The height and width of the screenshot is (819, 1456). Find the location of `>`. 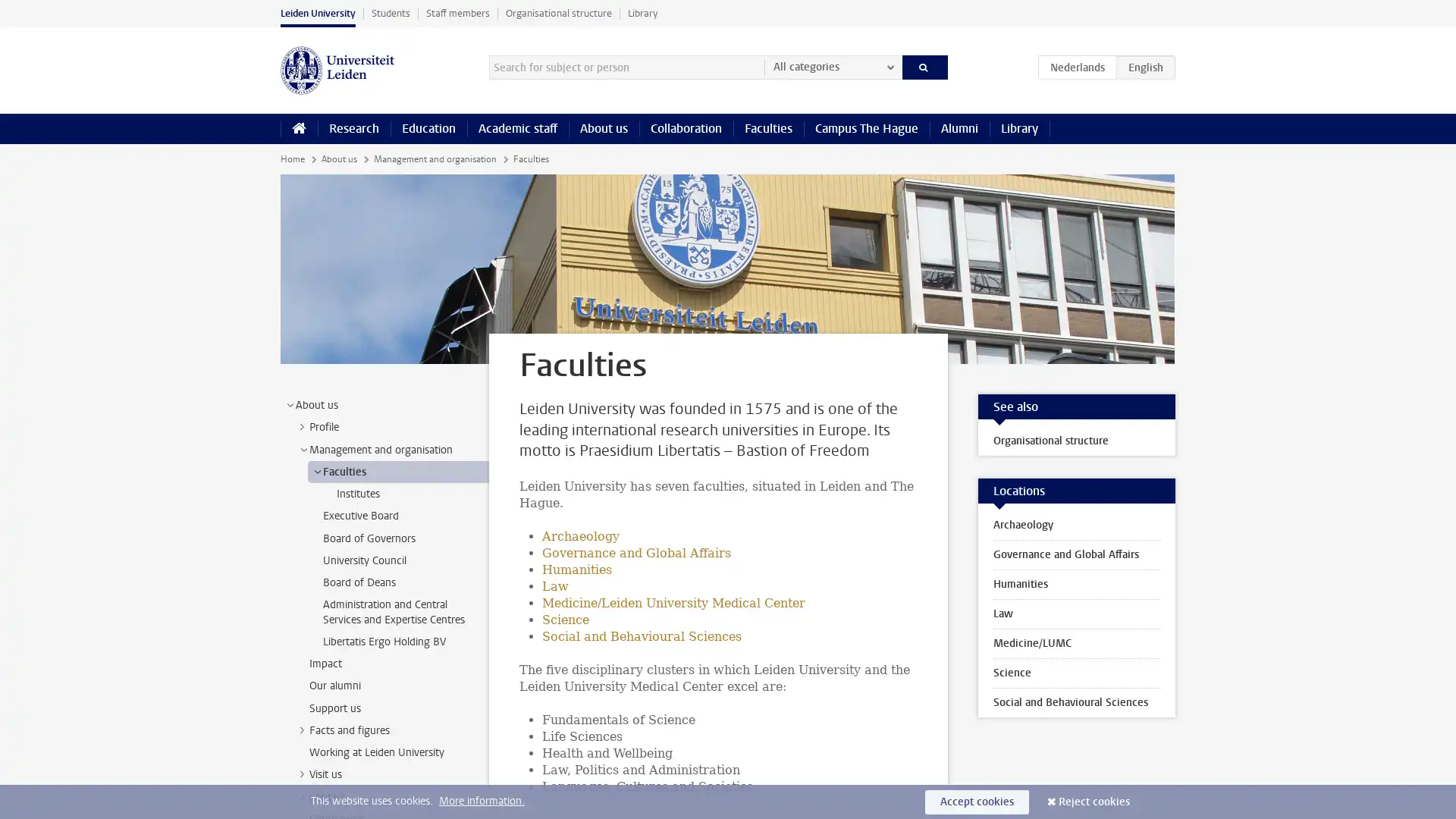

> is located at coordinates (302, 795).